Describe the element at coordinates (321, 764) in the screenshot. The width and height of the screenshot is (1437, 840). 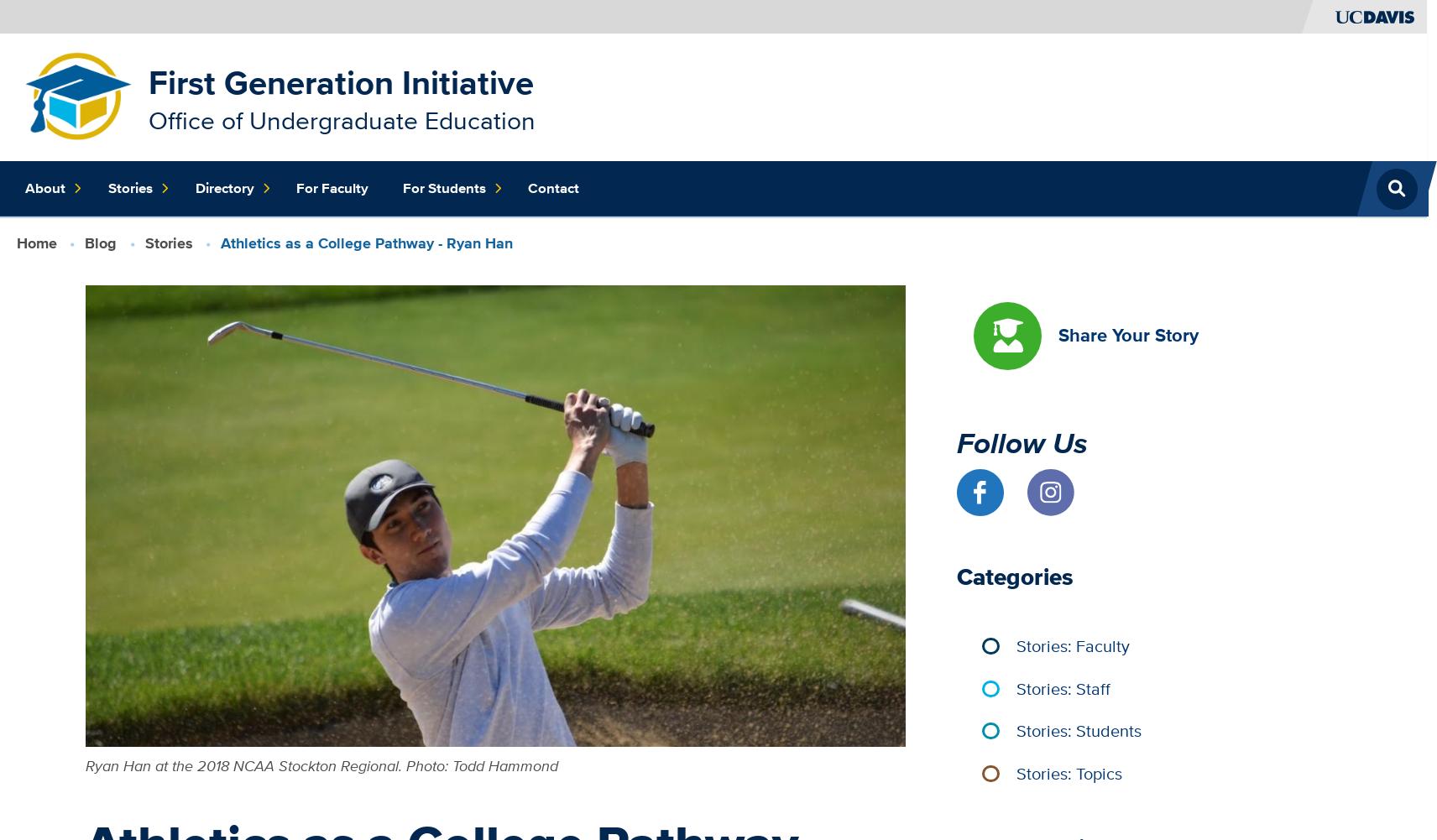
I see `'Ryan Han at the 2018 NCAA Stockton Regional. Photo: Todd Hammond'` at that location.